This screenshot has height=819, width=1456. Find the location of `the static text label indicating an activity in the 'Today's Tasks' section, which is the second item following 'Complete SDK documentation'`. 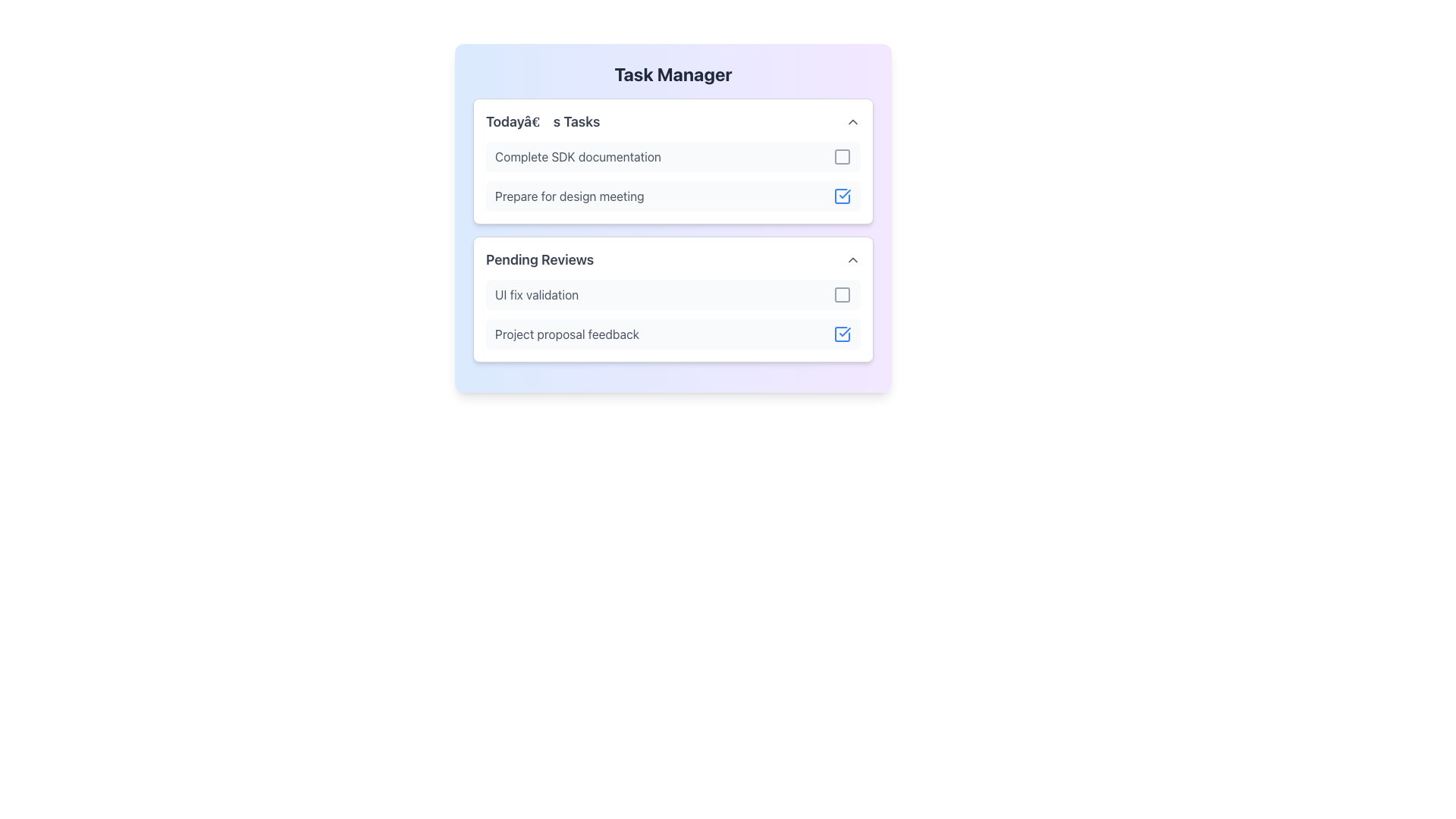

the static text label indicating an activity in the 'Today's Tasks' section, which is the second item following 'Complete SDK documentation' is located at coordinates (569, 195).